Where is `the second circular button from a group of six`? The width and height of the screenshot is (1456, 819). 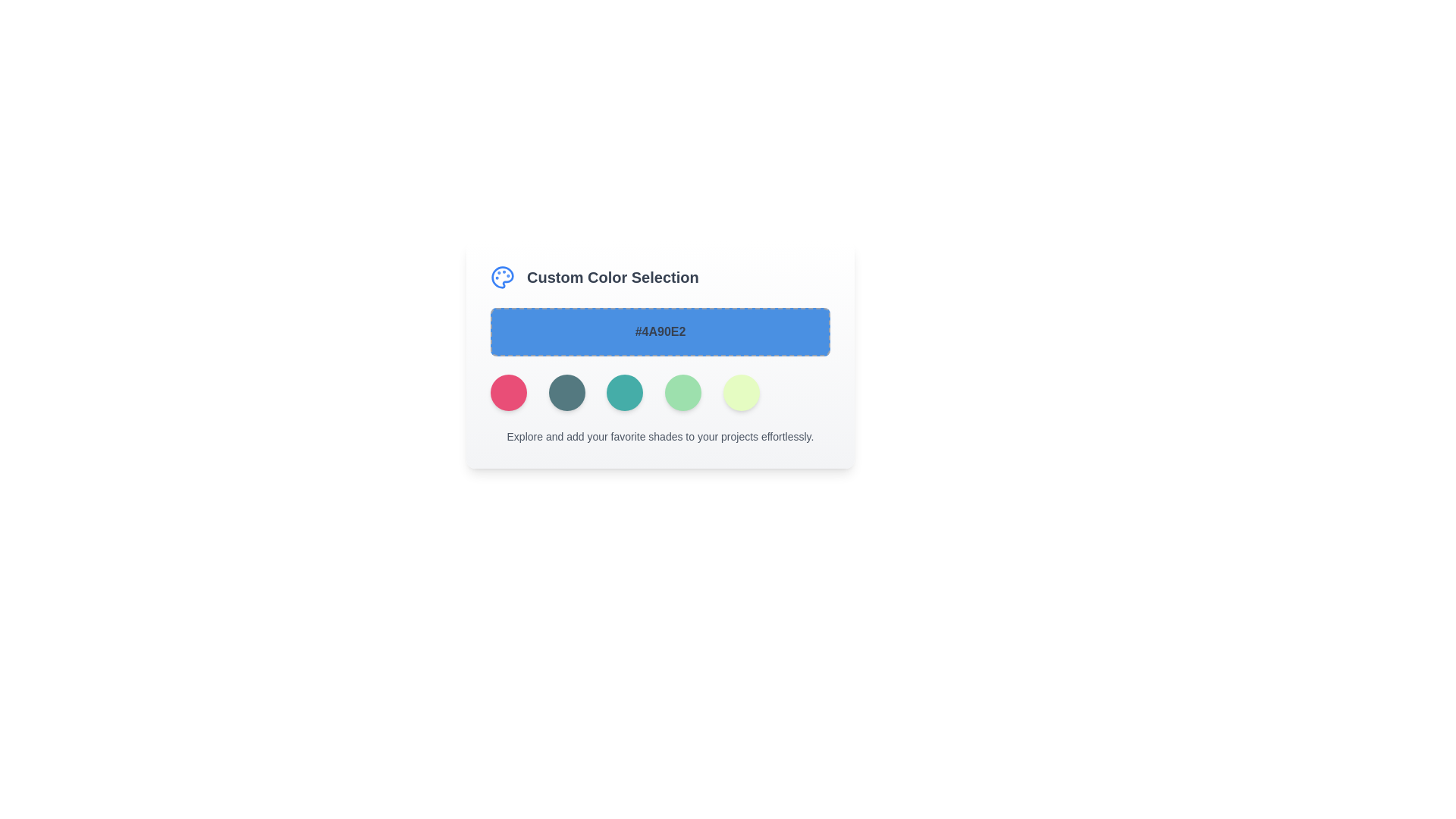
the second circular button from a group of six is located at coordinates (566, 391).